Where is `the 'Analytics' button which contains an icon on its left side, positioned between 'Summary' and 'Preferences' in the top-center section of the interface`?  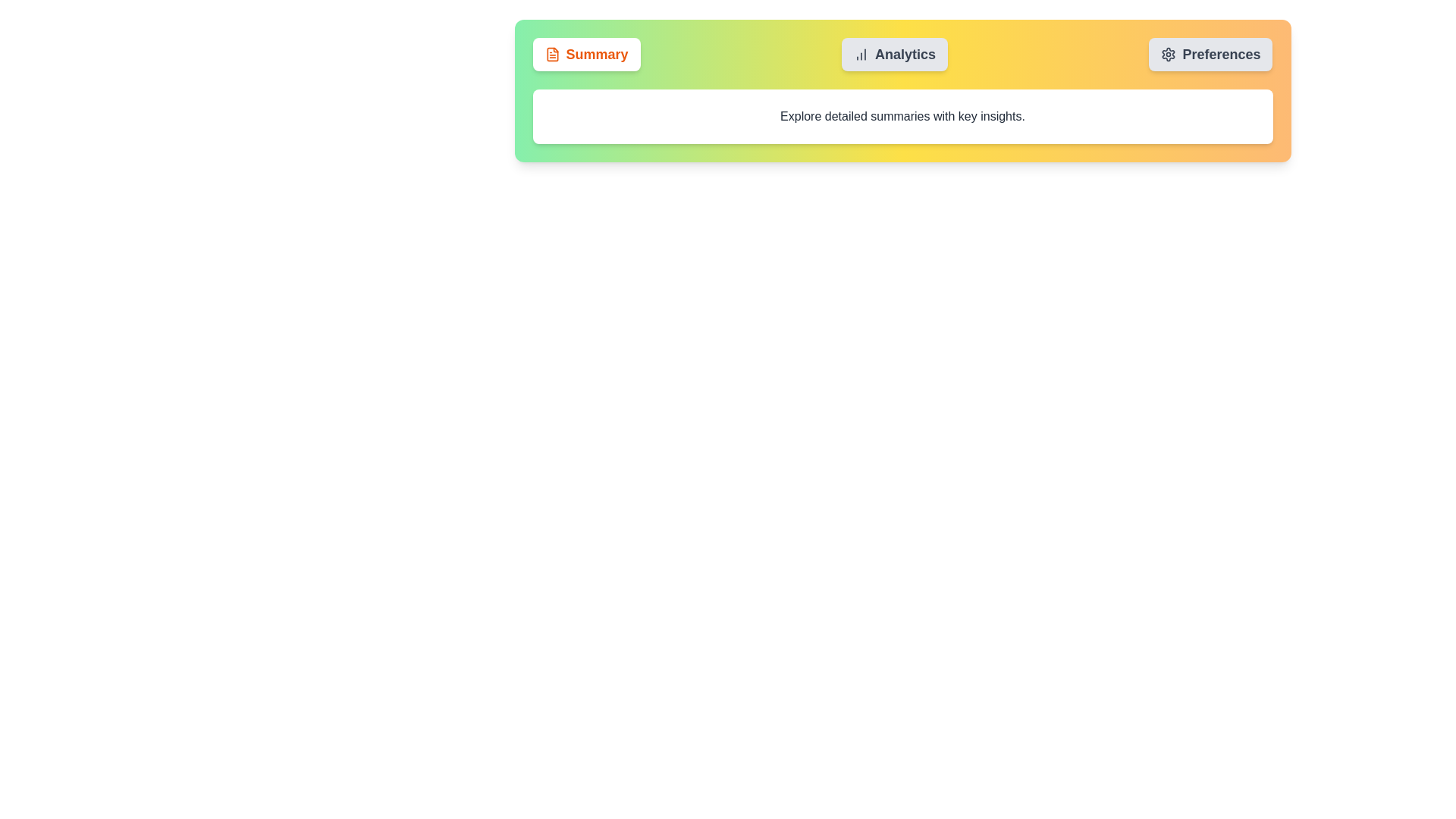
the 'Analytics' button which contains an icon on its left side, positioned between 'Summary' and 'Preferences' in the top-center section of the interface is located at coordinates (861, 54).